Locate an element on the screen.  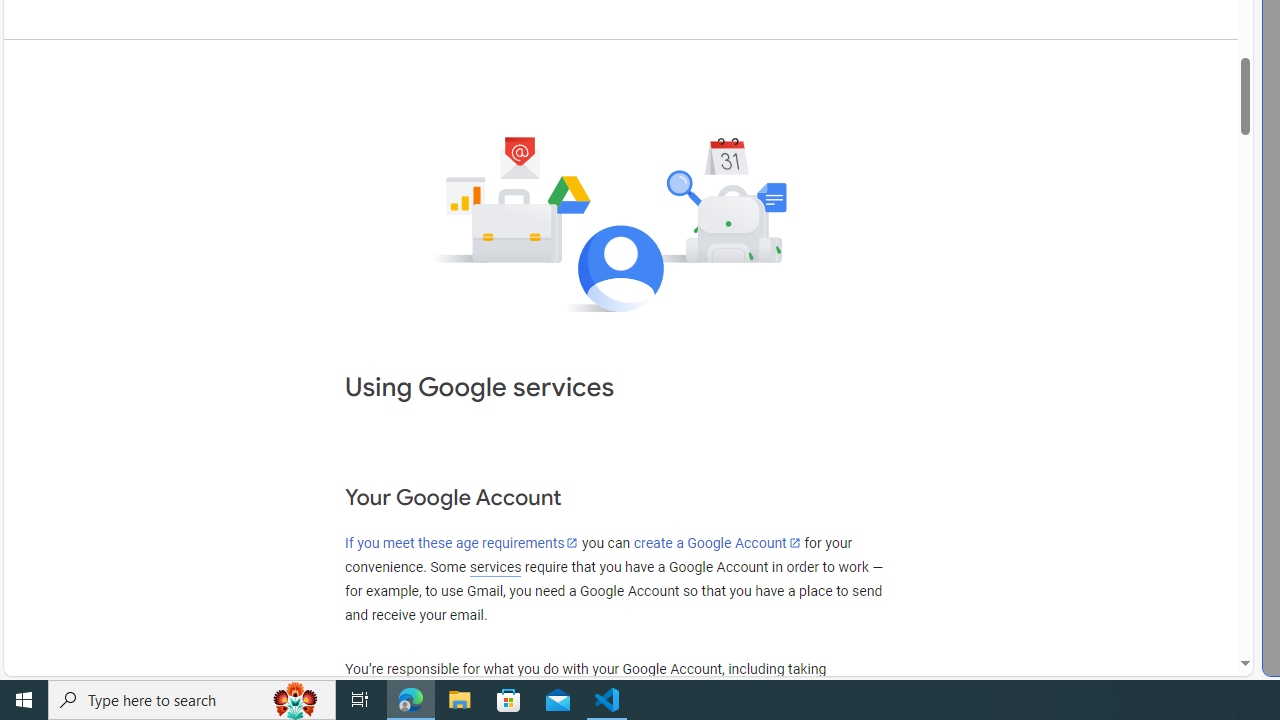
'Visual Studio Code - 1 running window' is located at coordinates (606, 698).